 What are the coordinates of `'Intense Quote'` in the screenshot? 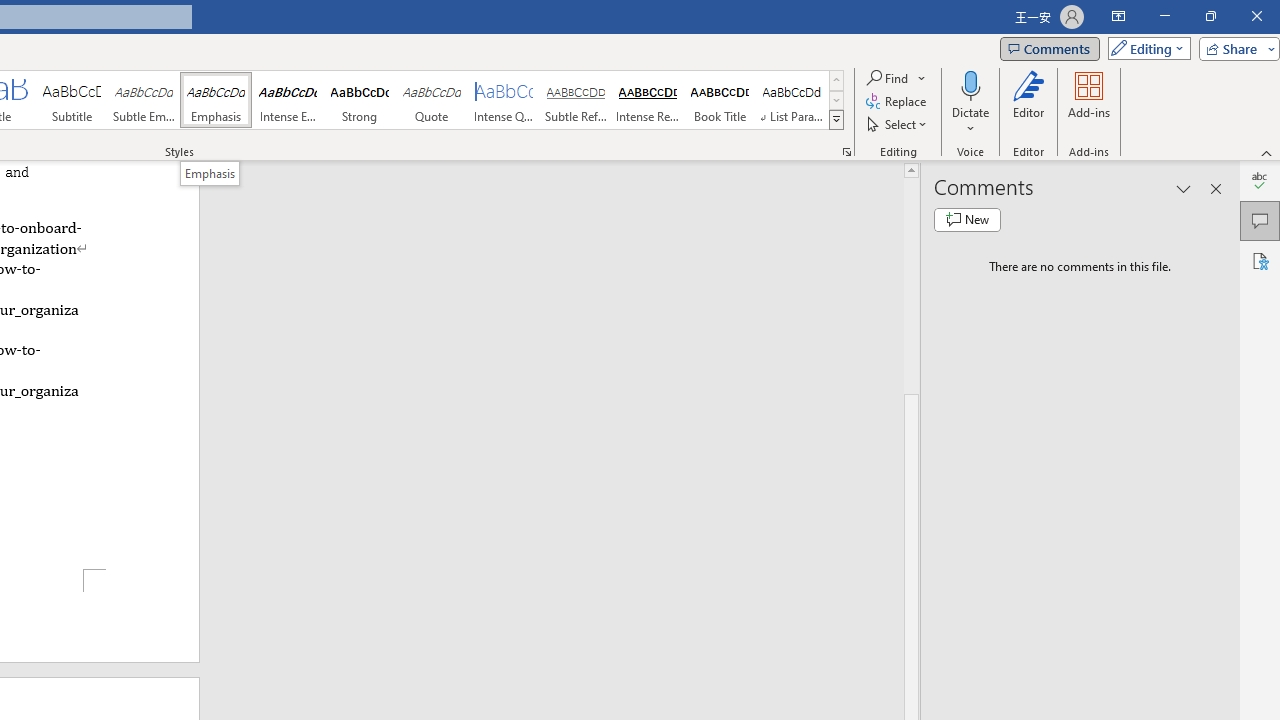 It's located at (504, 100).